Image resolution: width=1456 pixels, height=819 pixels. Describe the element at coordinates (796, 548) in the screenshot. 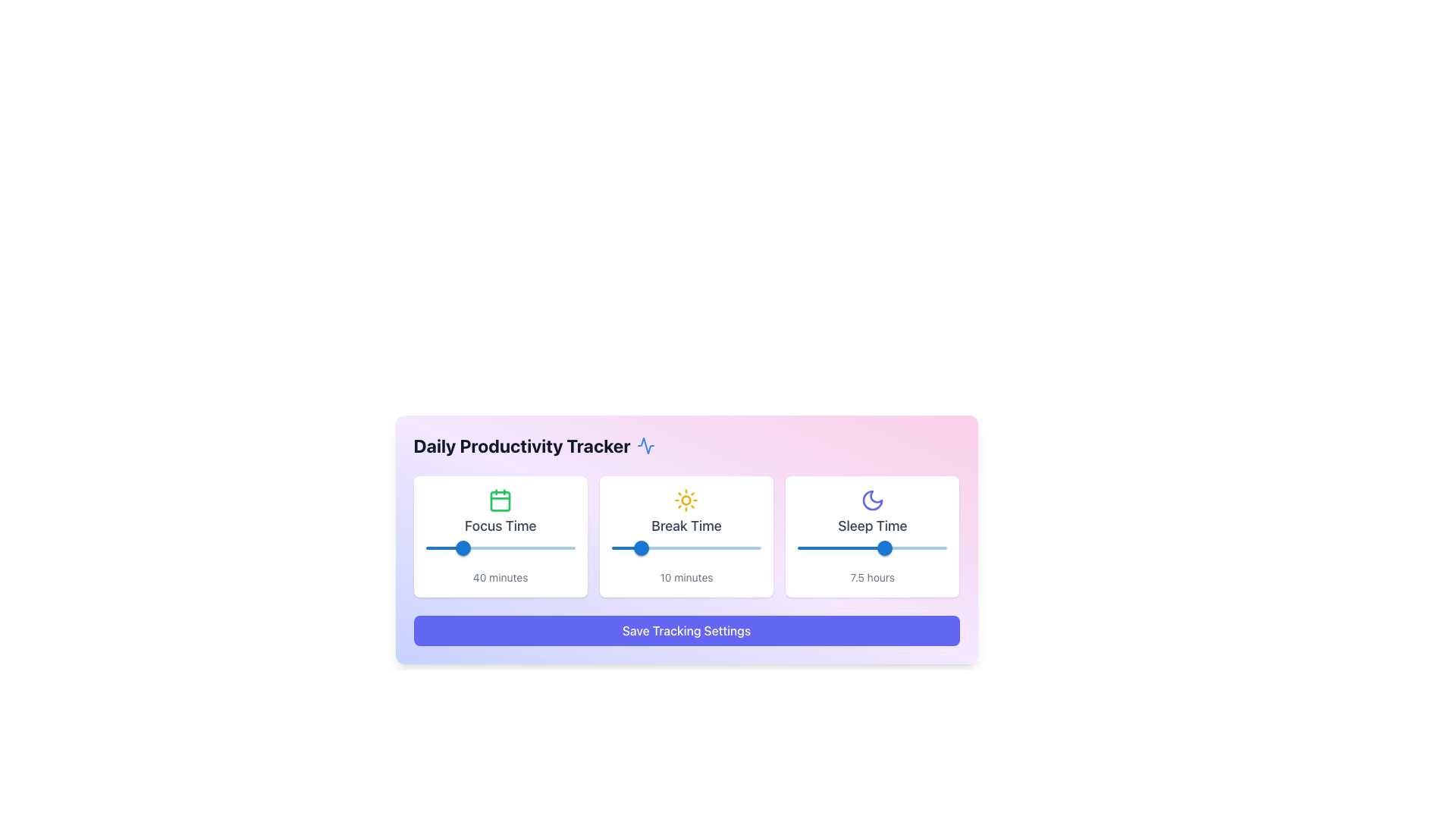

I see `the sleep time slider` at that location.